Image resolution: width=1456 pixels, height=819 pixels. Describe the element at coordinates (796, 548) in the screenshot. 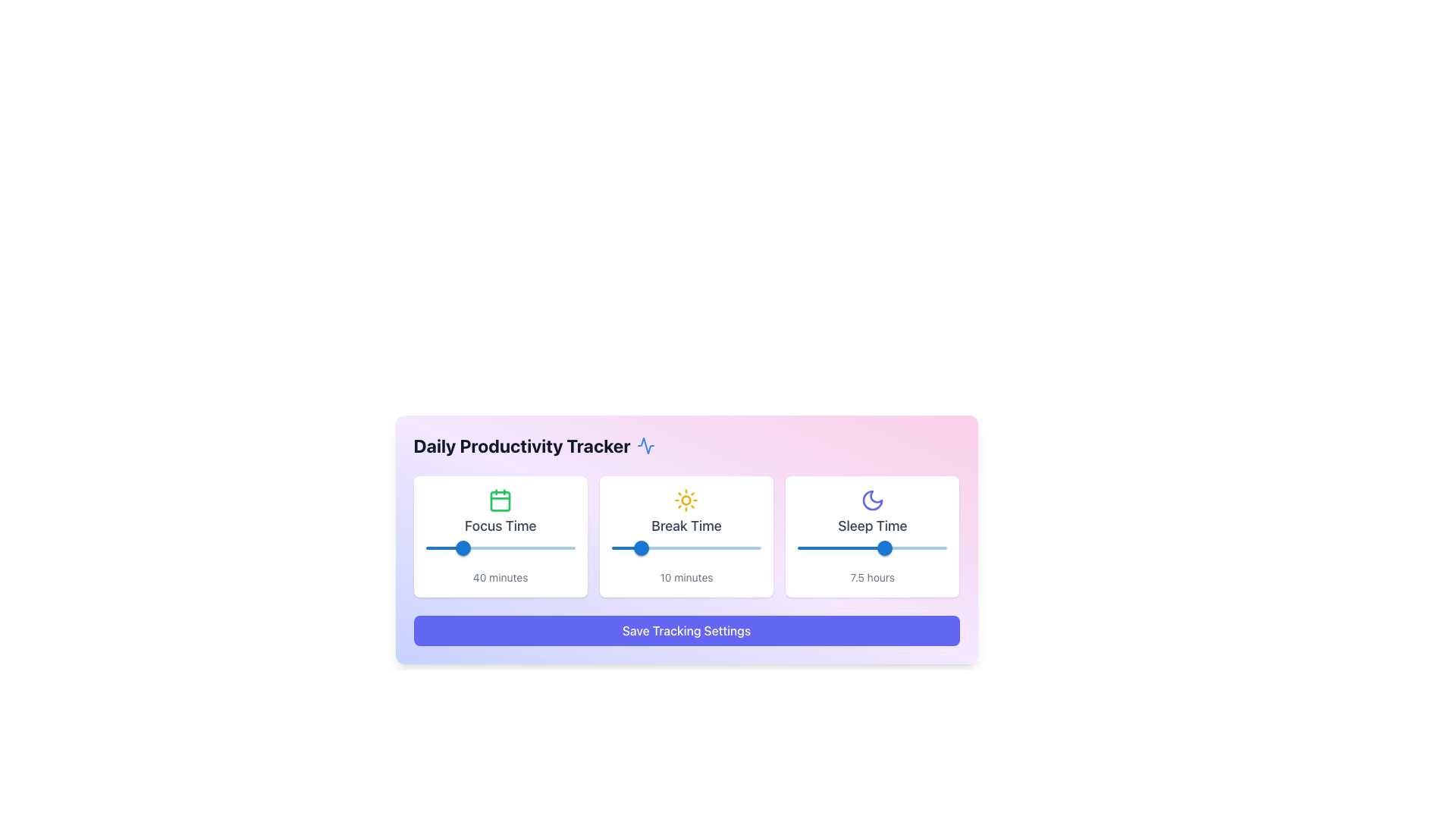

I see `the sleep time slider` at that location.